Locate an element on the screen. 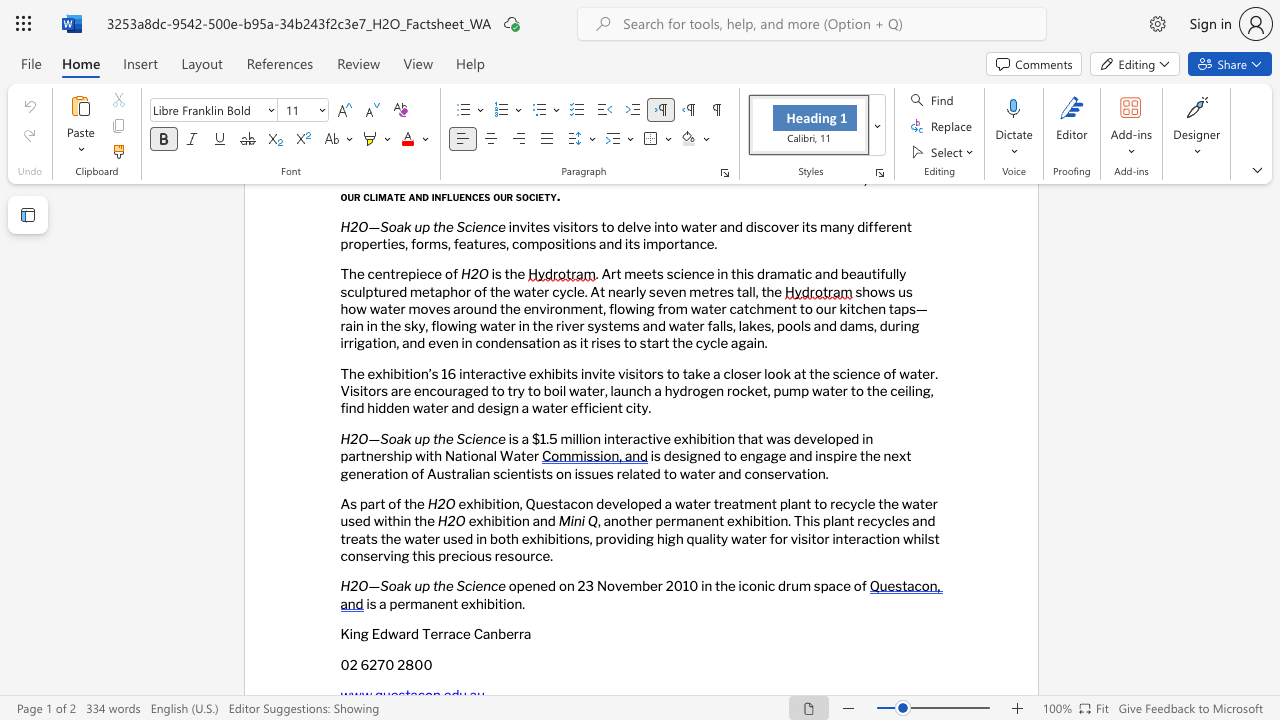 The width and height of the screenshot is (1280, 720). the subset text "ycles and treats the water used in both exhibitions, providing high quality water for visitor interaction whilst conserving thi" within the text ", another permanent exhibition. This plant recycles and treats the water used in both exhibitions, providing high quality water for visitor interaction whilst conserving this precious resource." is located at coordinates (877, 520).